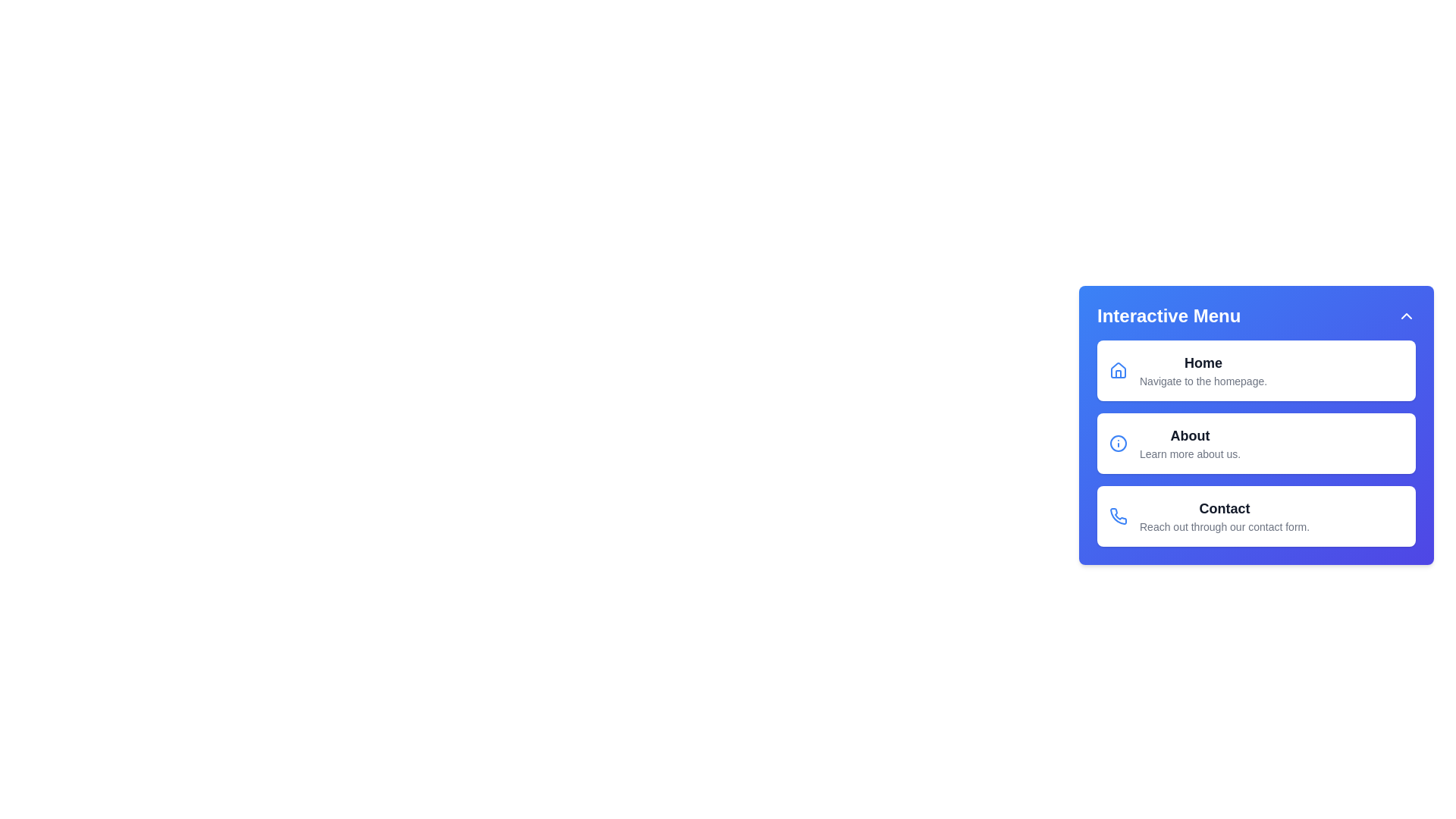  Describe the element at coordinates (1256, 444) in the screenshot. I see `the menu item About to navigate` at that location.